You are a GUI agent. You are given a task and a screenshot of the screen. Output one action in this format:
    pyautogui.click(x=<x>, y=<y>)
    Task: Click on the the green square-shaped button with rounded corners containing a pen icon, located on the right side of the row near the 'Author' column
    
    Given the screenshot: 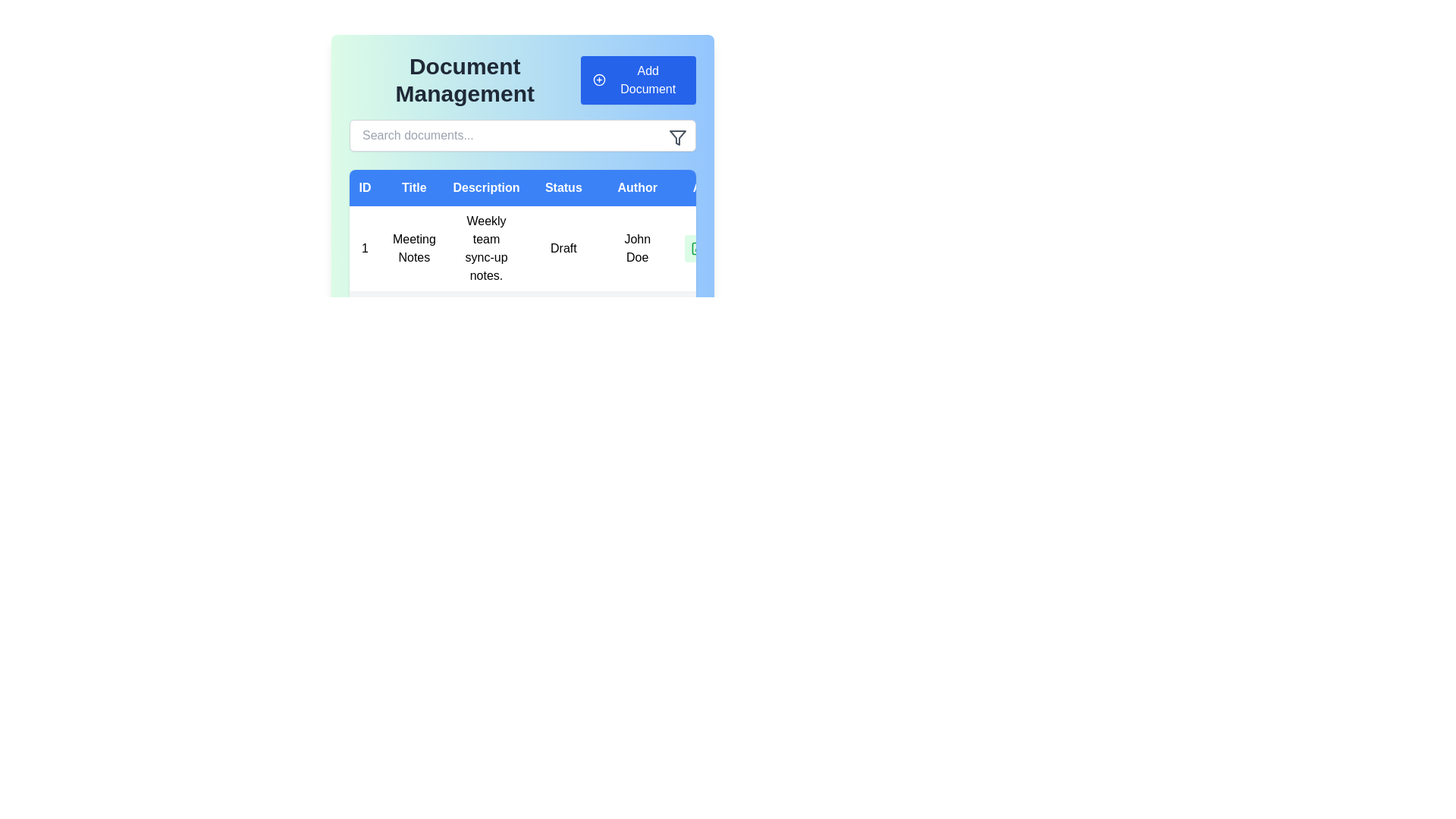 What is the action you would take?
    pyautogui.click(x=698, y=247)
    